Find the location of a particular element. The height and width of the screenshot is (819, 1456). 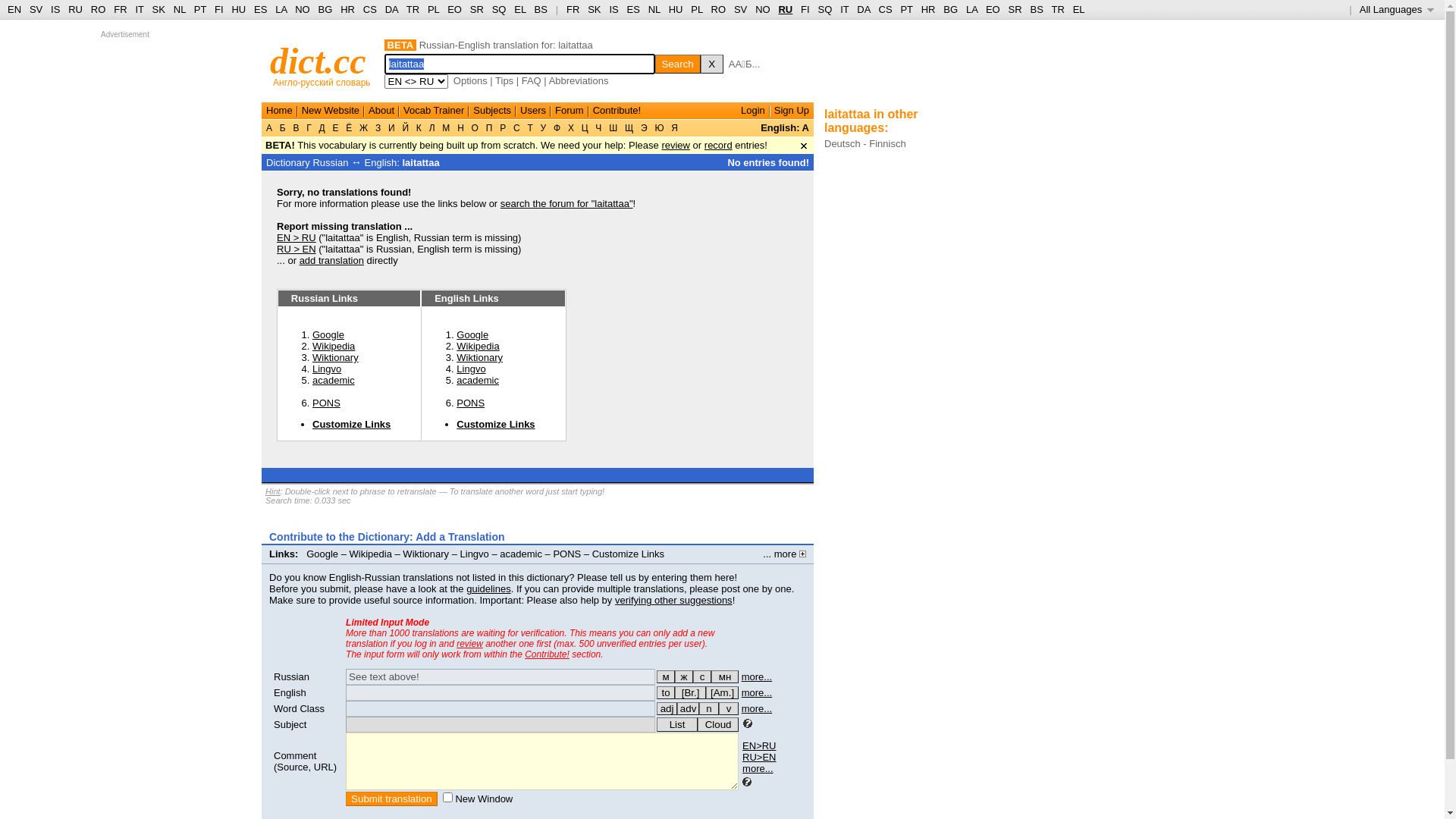

'PONS' is located at coordinates (566, 554).